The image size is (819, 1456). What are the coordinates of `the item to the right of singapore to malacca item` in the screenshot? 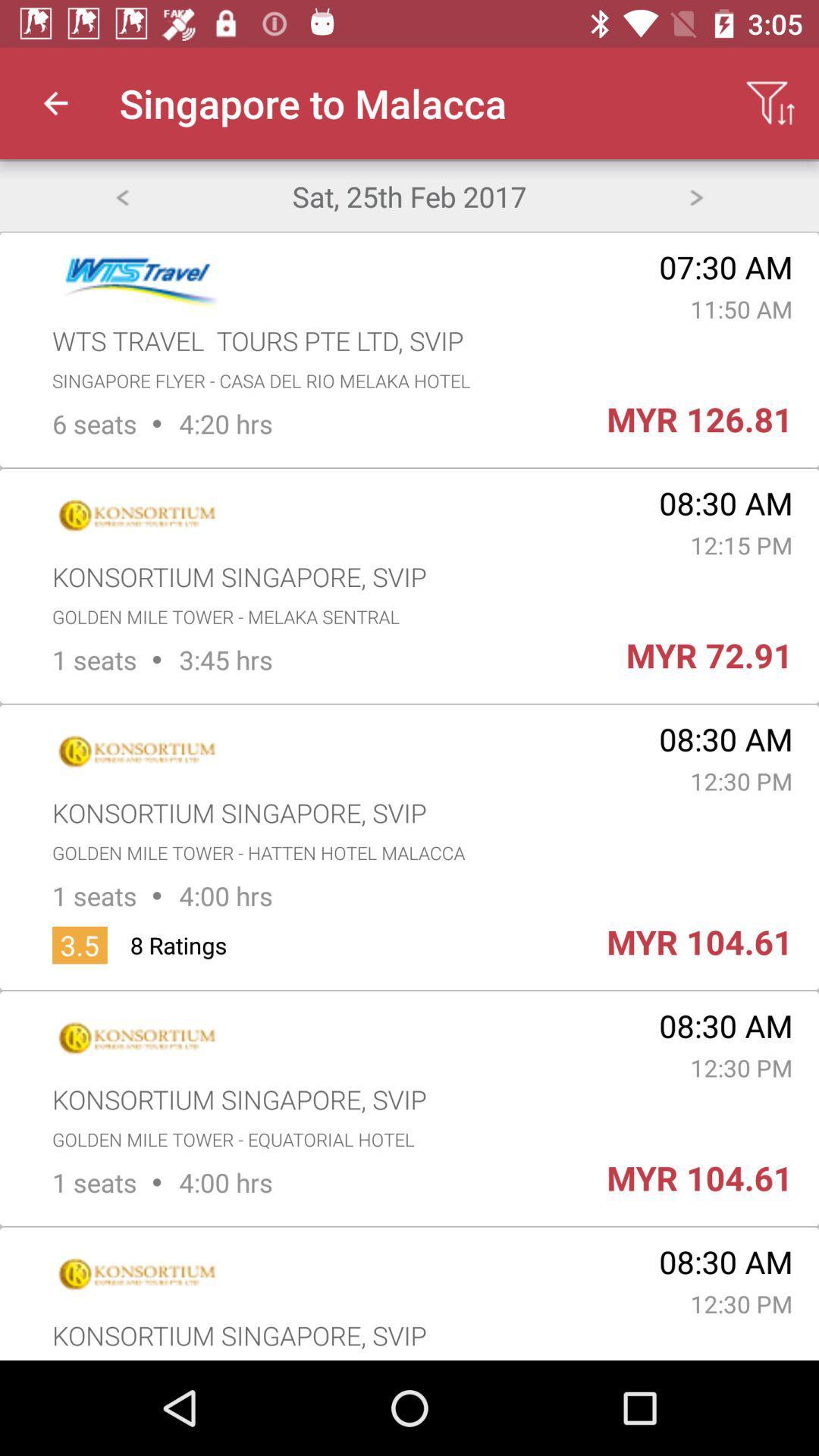 It's located at (770, 102).